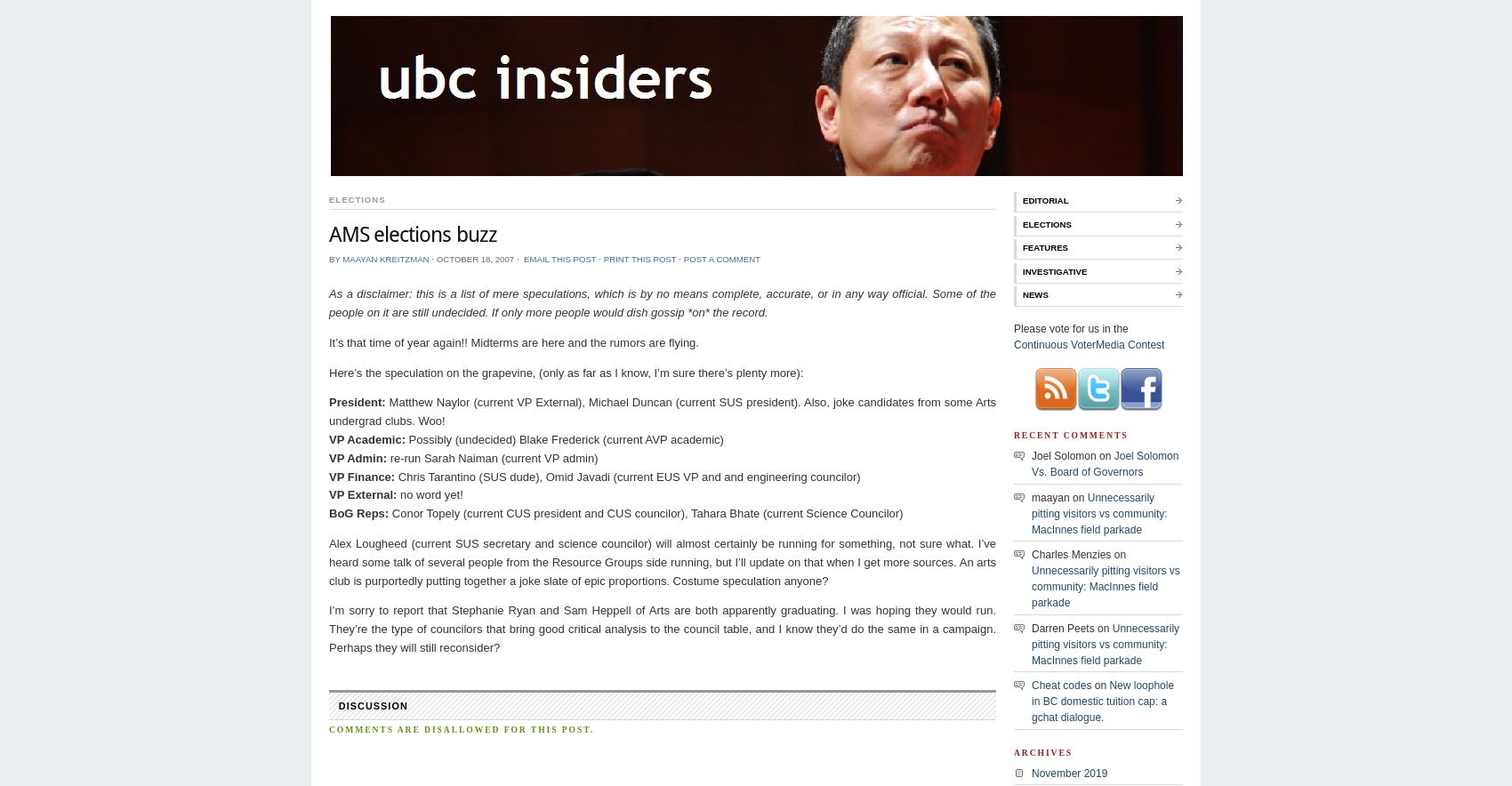 This screenshot has height=786, width=1512. What do you see at coordinates (1032, 686) in the screenshot?
I see `'Cheat codes'` at bounding box center [1032, 686].